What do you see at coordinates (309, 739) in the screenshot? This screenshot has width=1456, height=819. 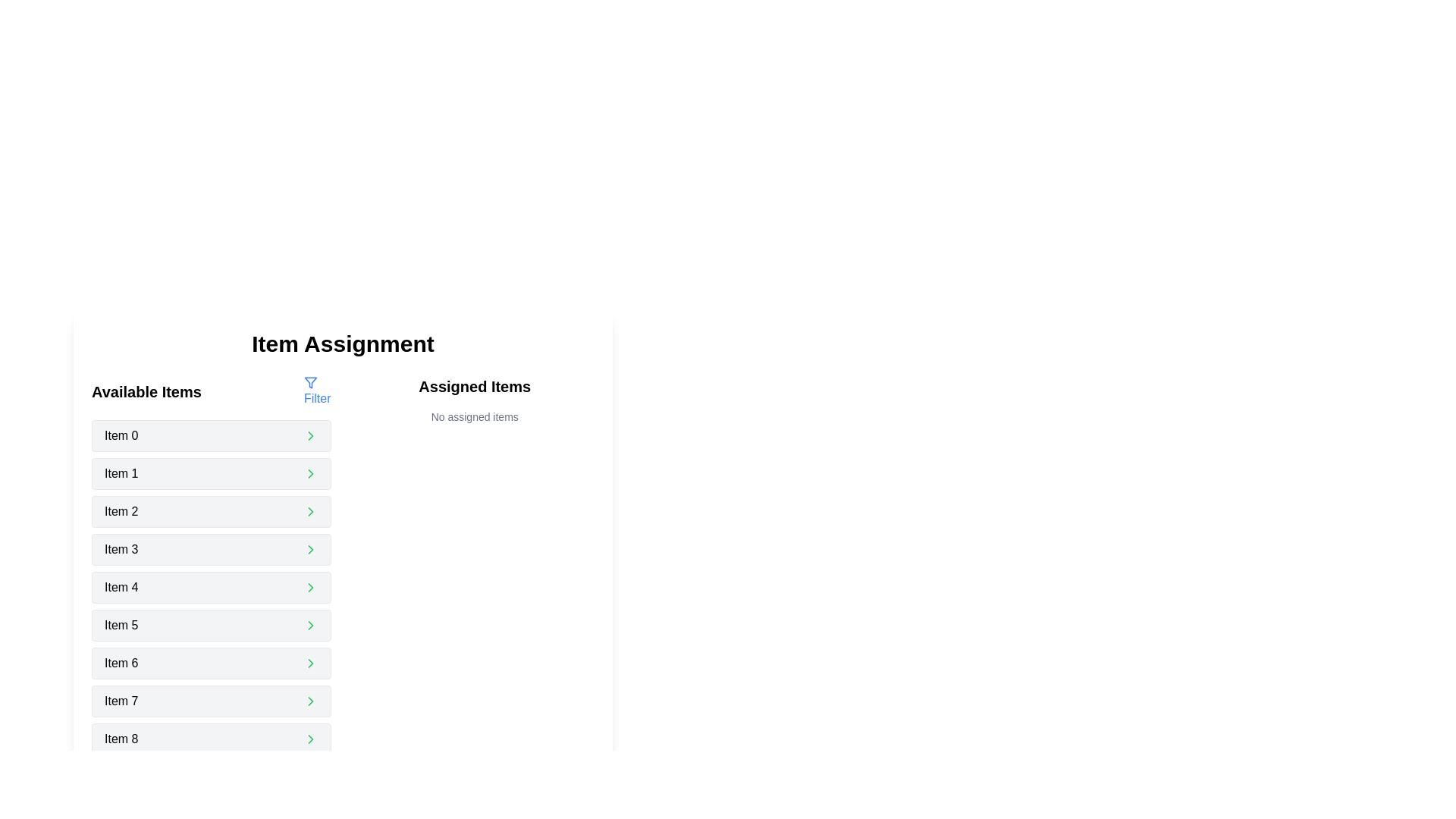 I see `the interactive right-arrow icon with a green color located at the end of the list item labeled 'Item 8' in the 'Available Items' section` at bounding box center [309, 739].